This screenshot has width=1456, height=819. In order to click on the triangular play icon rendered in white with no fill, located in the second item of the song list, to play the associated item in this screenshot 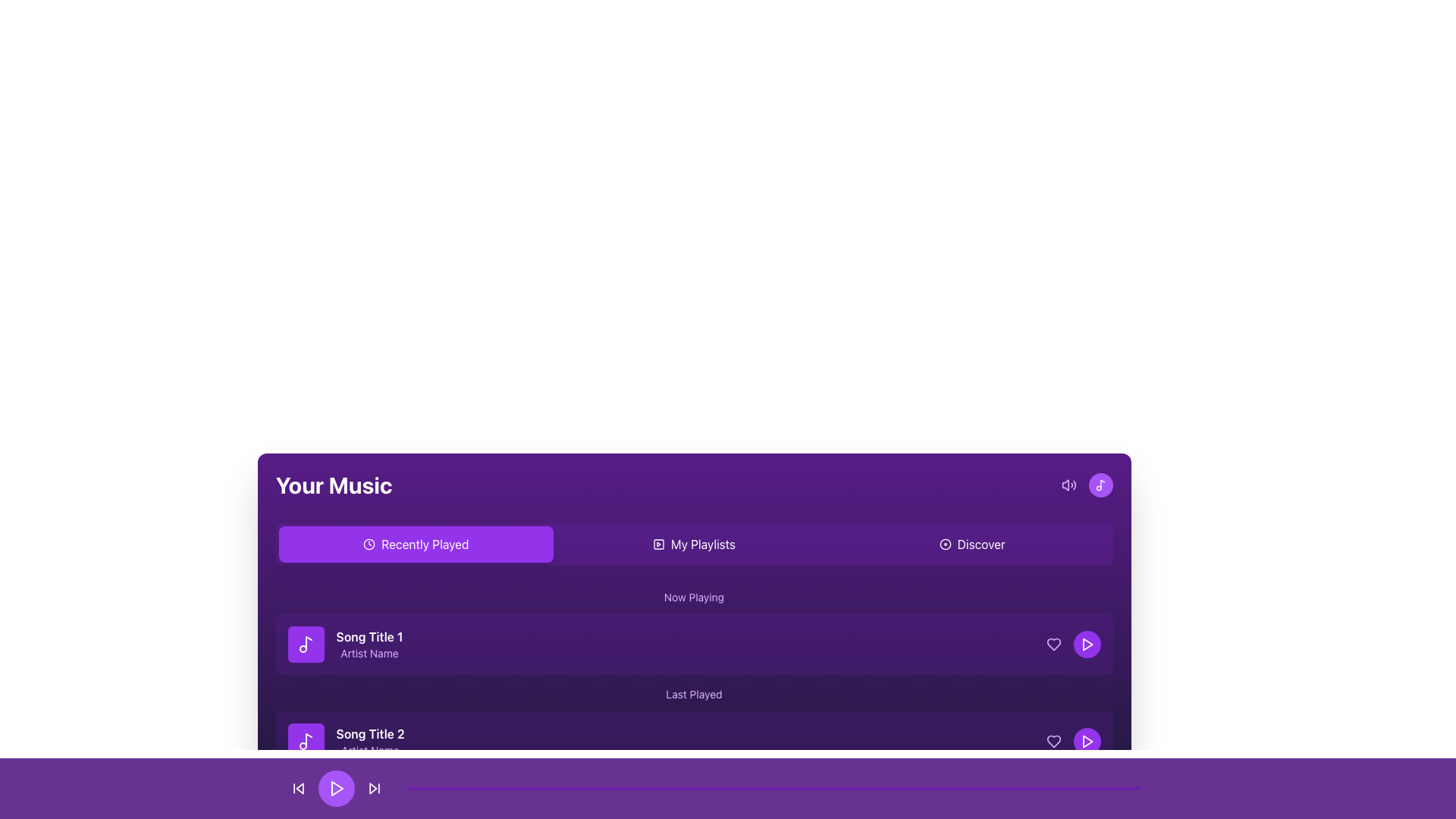, I will do `click(1087, 644)`.